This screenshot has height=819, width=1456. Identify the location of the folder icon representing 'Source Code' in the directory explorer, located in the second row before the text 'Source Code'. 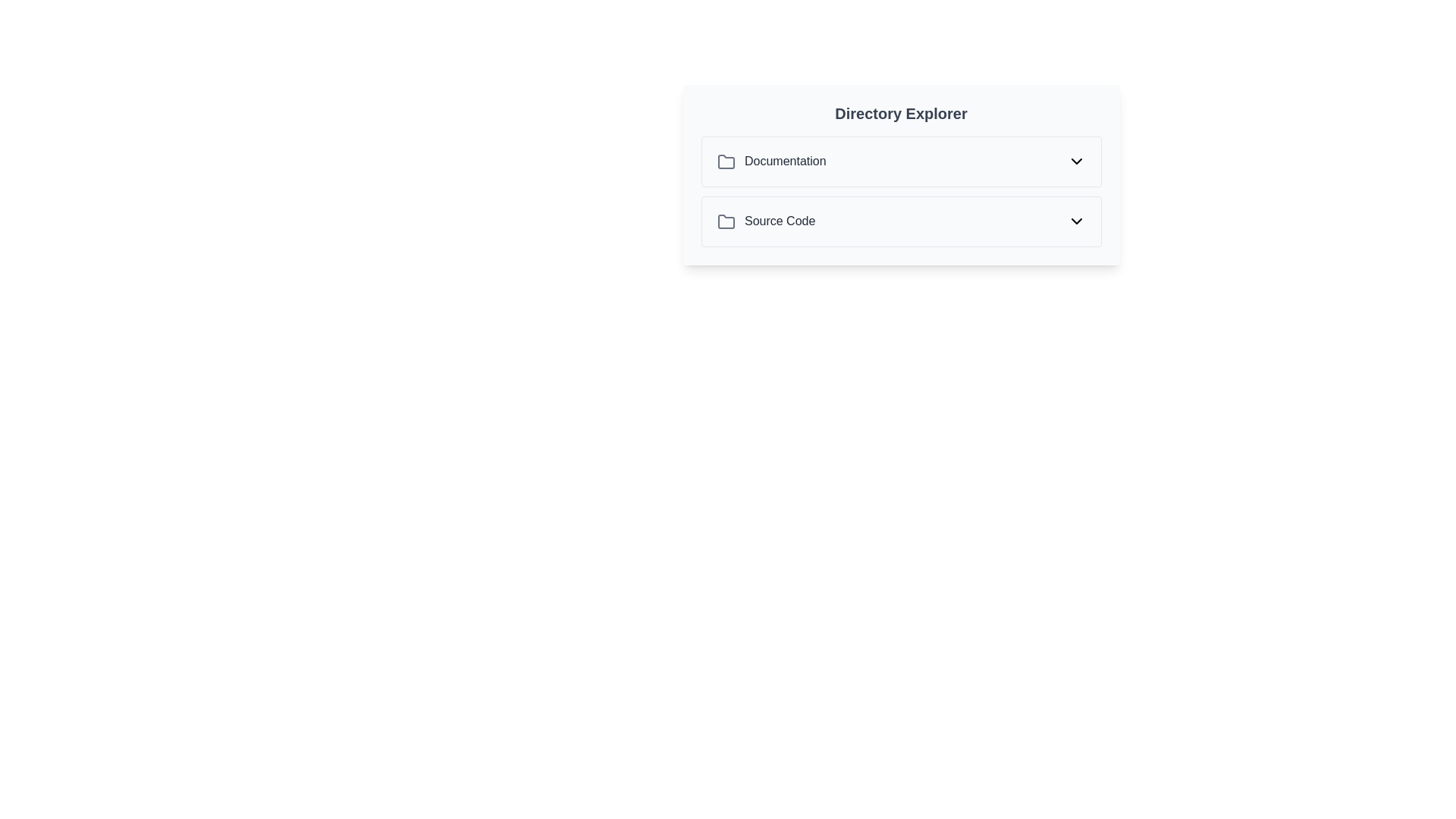
(725, 221).